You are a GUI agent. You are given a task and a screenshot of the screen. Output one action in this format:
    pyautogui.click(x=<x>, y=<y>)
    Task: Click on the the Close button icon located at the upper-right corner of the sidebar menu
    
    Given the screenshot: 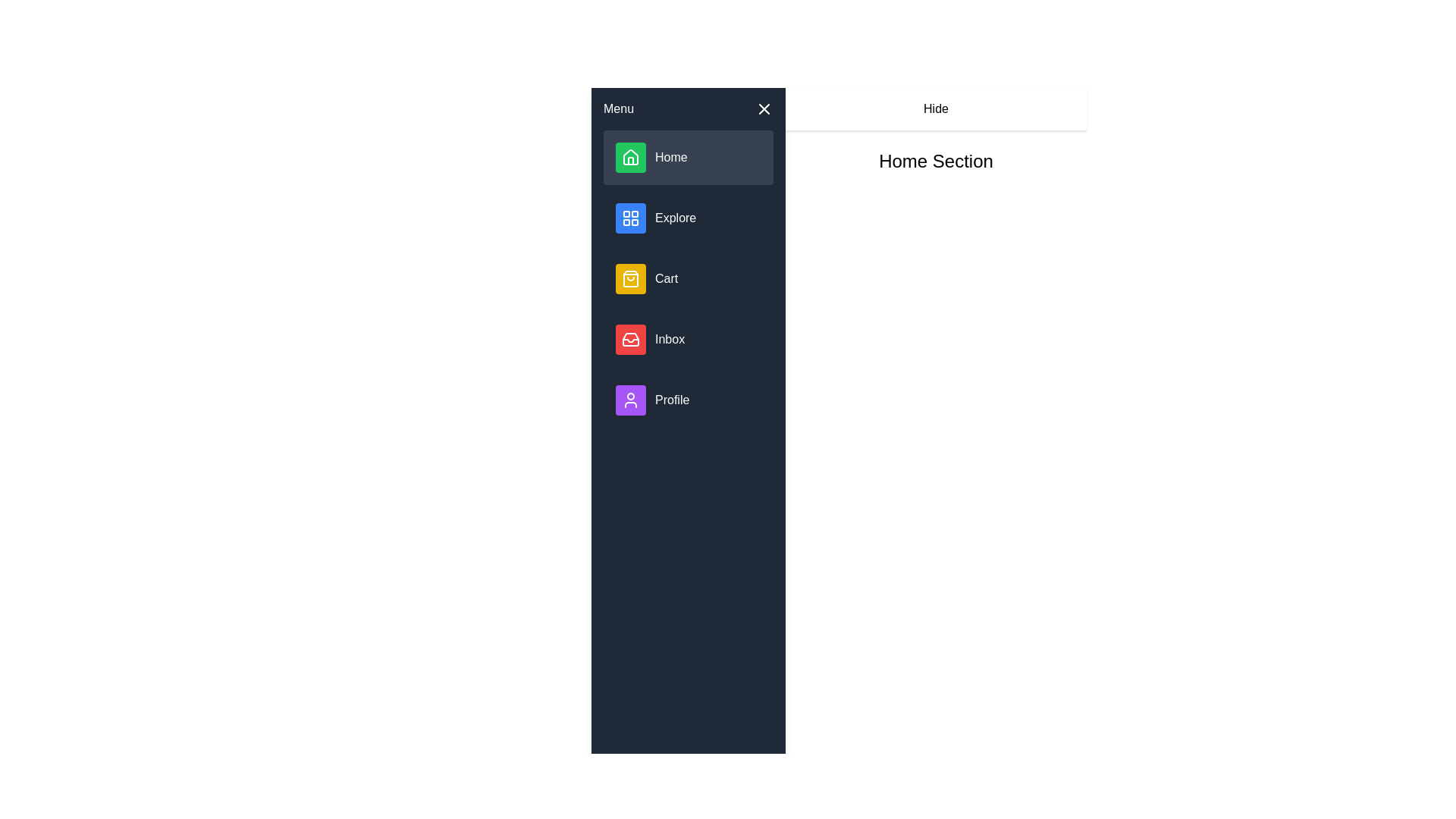 What is the action you would take?
    pyautogui.click(x=764, y=108)
    